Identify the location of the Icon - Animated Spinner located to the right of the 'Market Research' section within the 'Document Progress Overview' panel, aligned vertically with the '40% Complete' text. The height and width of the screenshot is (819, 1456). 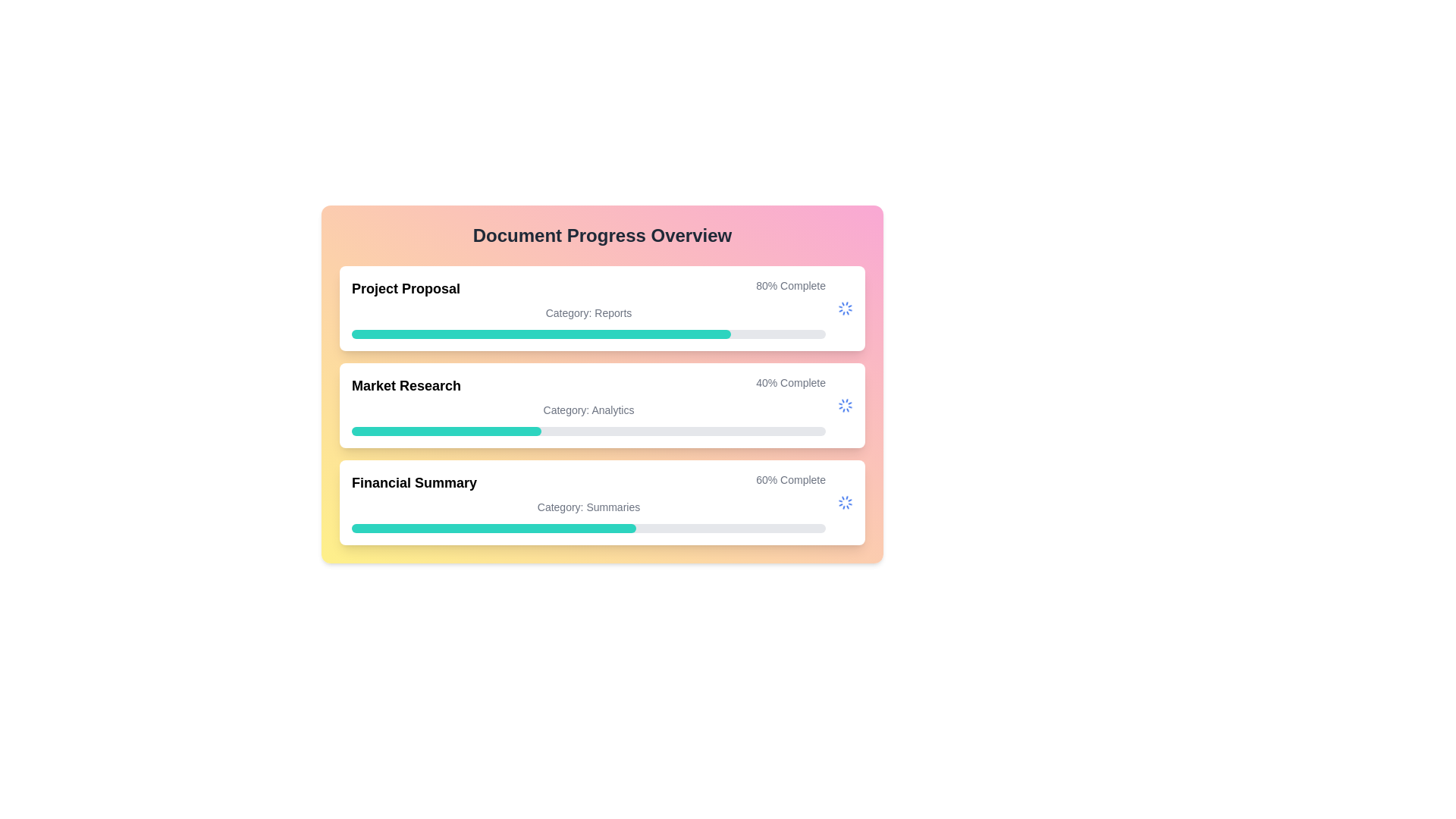
(844, 405).